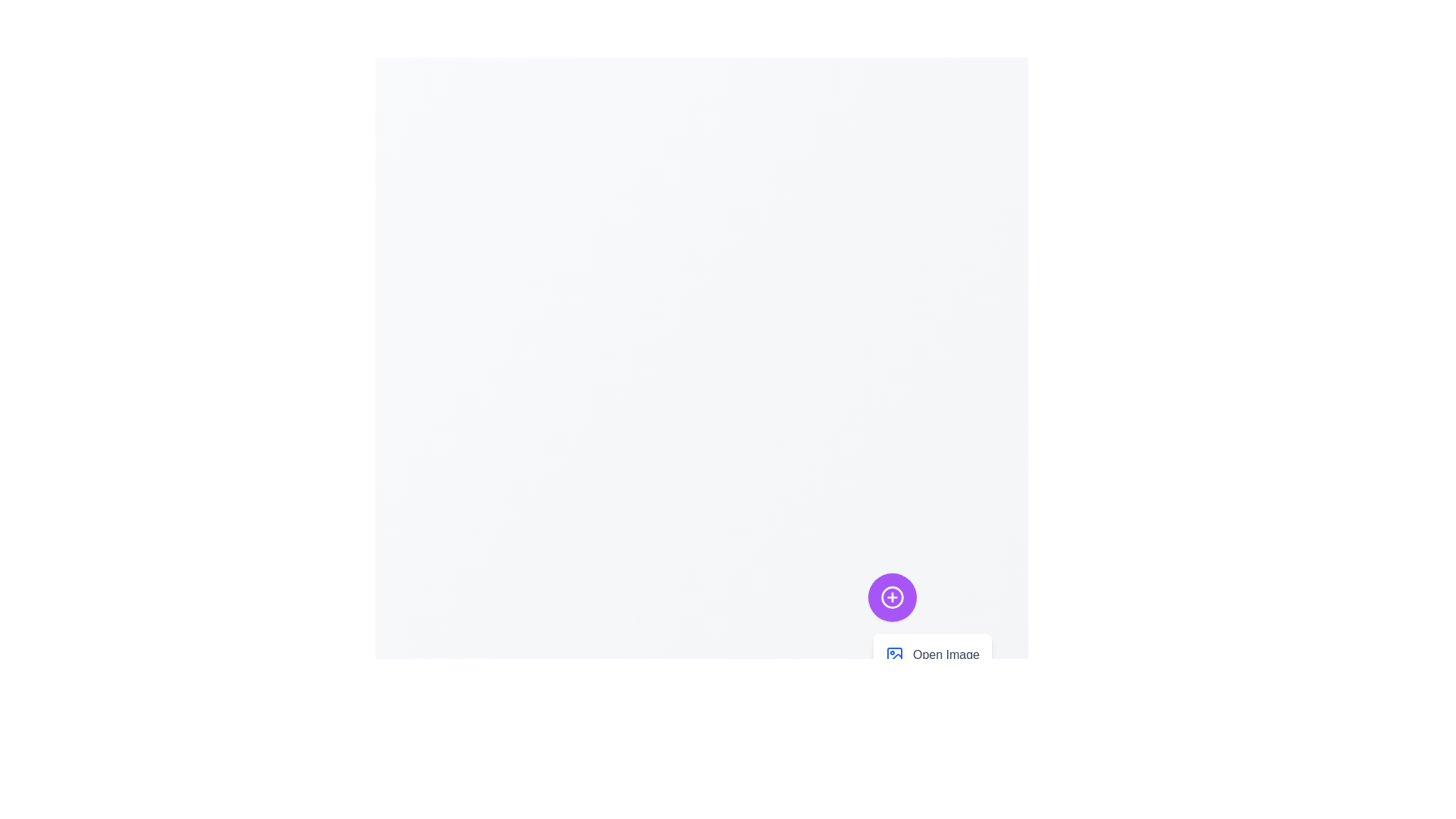 Image resolution: width=1456 pixels, height=819 pixels. Describe the element at coordinates (892, 596) in the screenshot. I see `the purple circular button to toggle the speed dial menu` at that location.